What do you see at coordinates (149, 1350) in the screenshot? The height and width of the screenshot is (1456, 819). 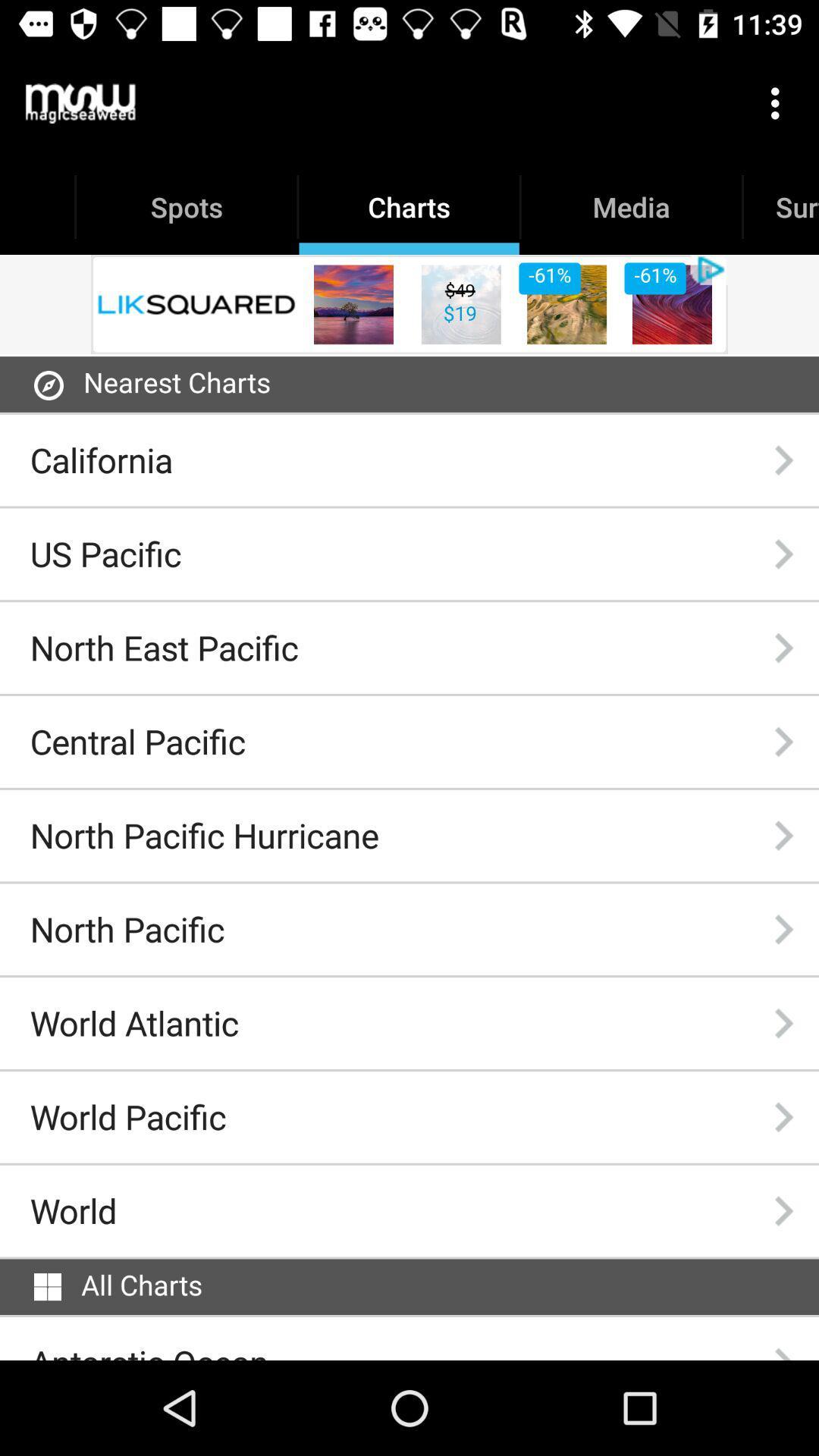 I see `the item below the all charts` at bounding box center [149, 1350].